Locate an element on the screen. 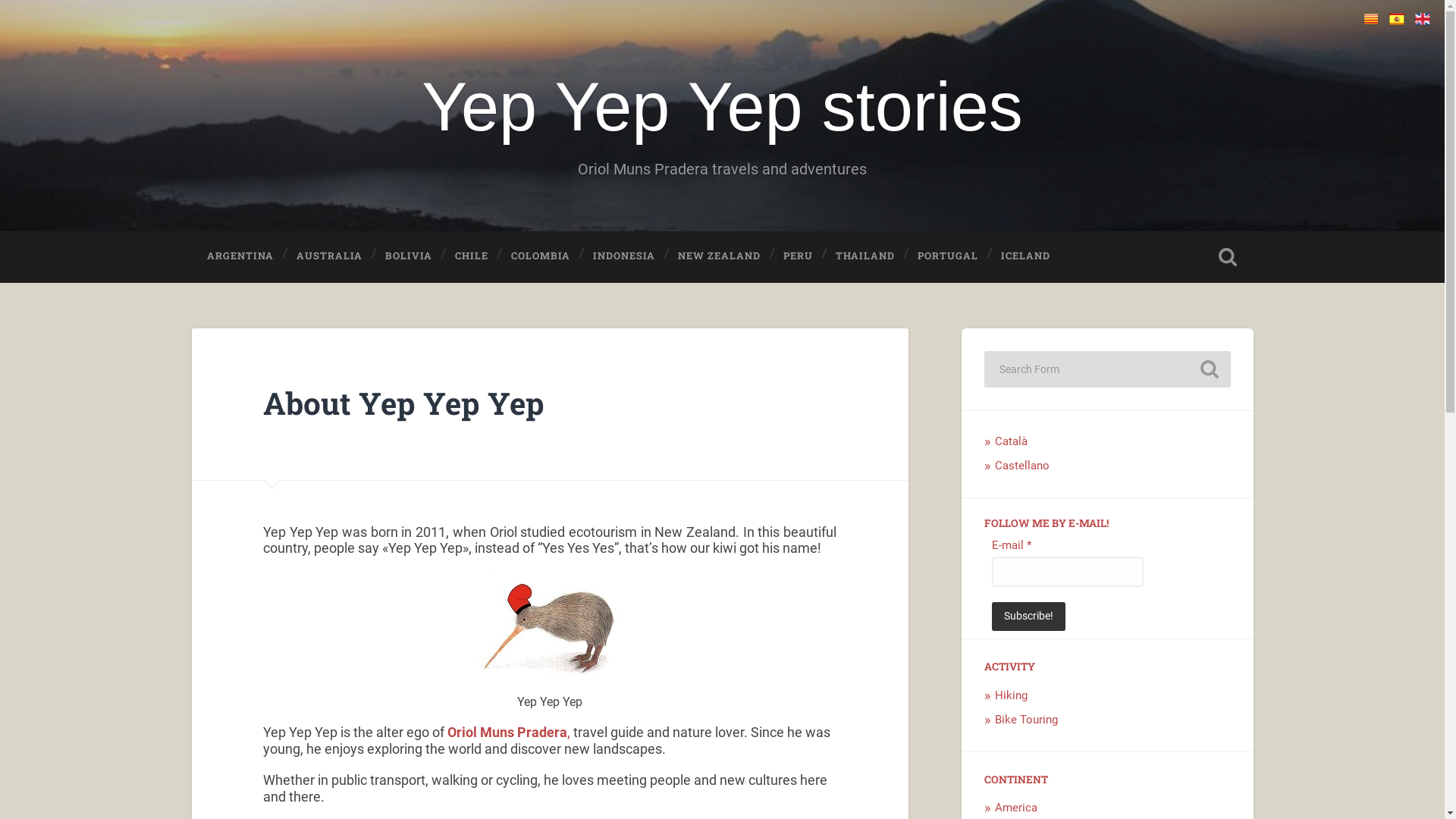 This screenshot has height=819, width=1456. 'ICELAND' is located at coordinates (1025, 255).